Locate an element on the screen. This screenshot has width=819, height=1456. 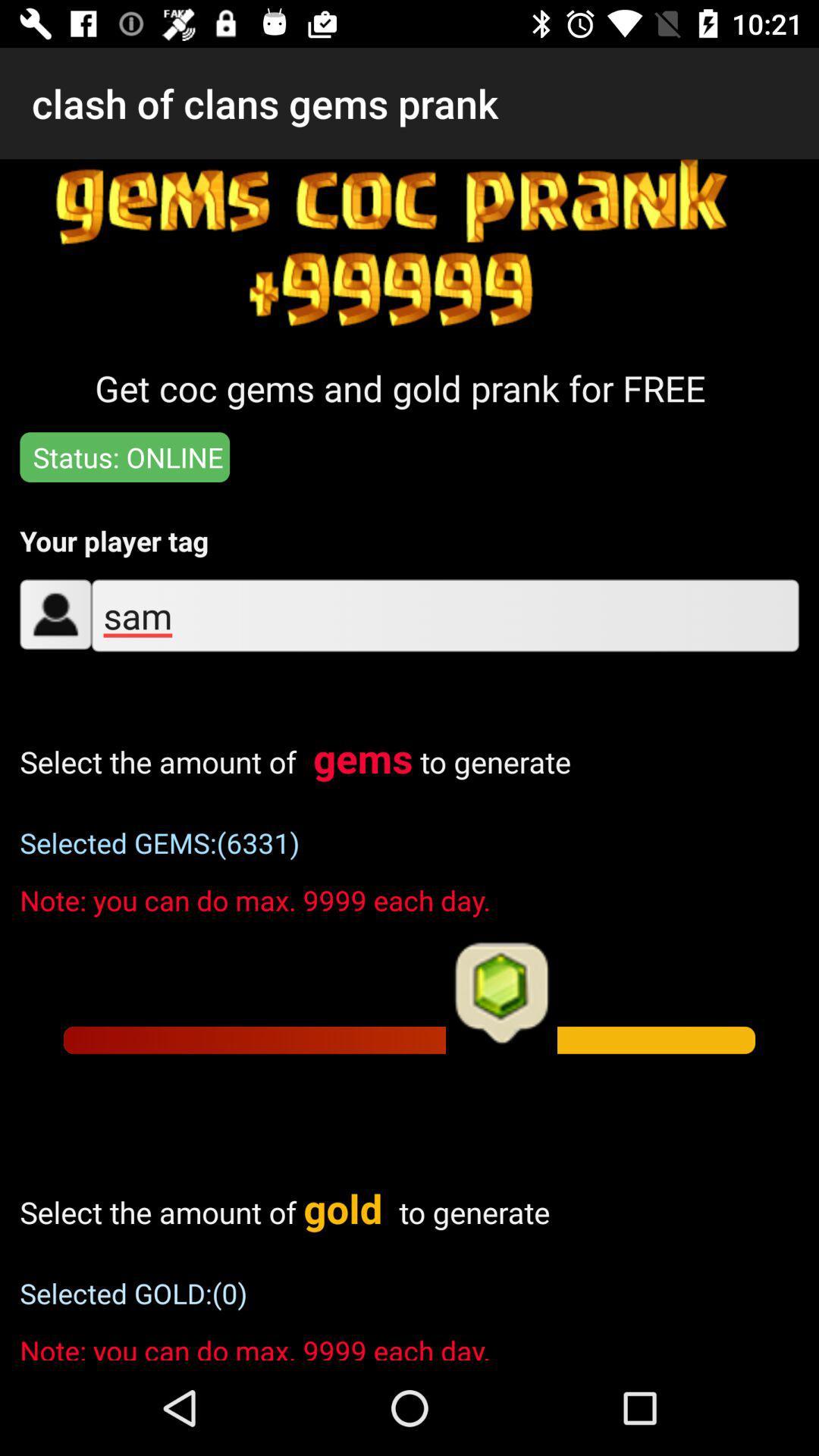
sam is located at coordinates (444, 615).